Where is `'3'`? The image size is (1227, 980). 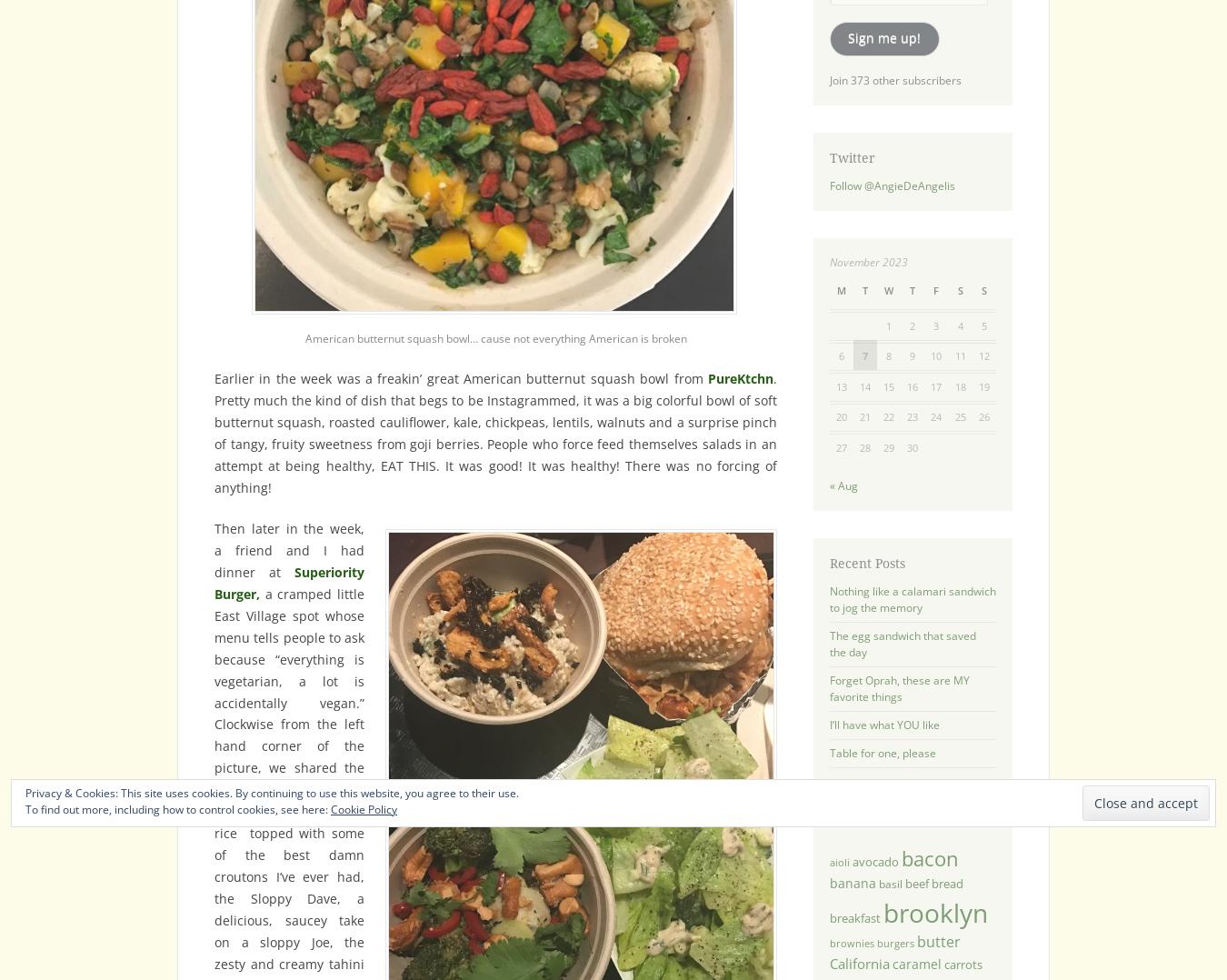 '3' is located at coordinates (936, 325).